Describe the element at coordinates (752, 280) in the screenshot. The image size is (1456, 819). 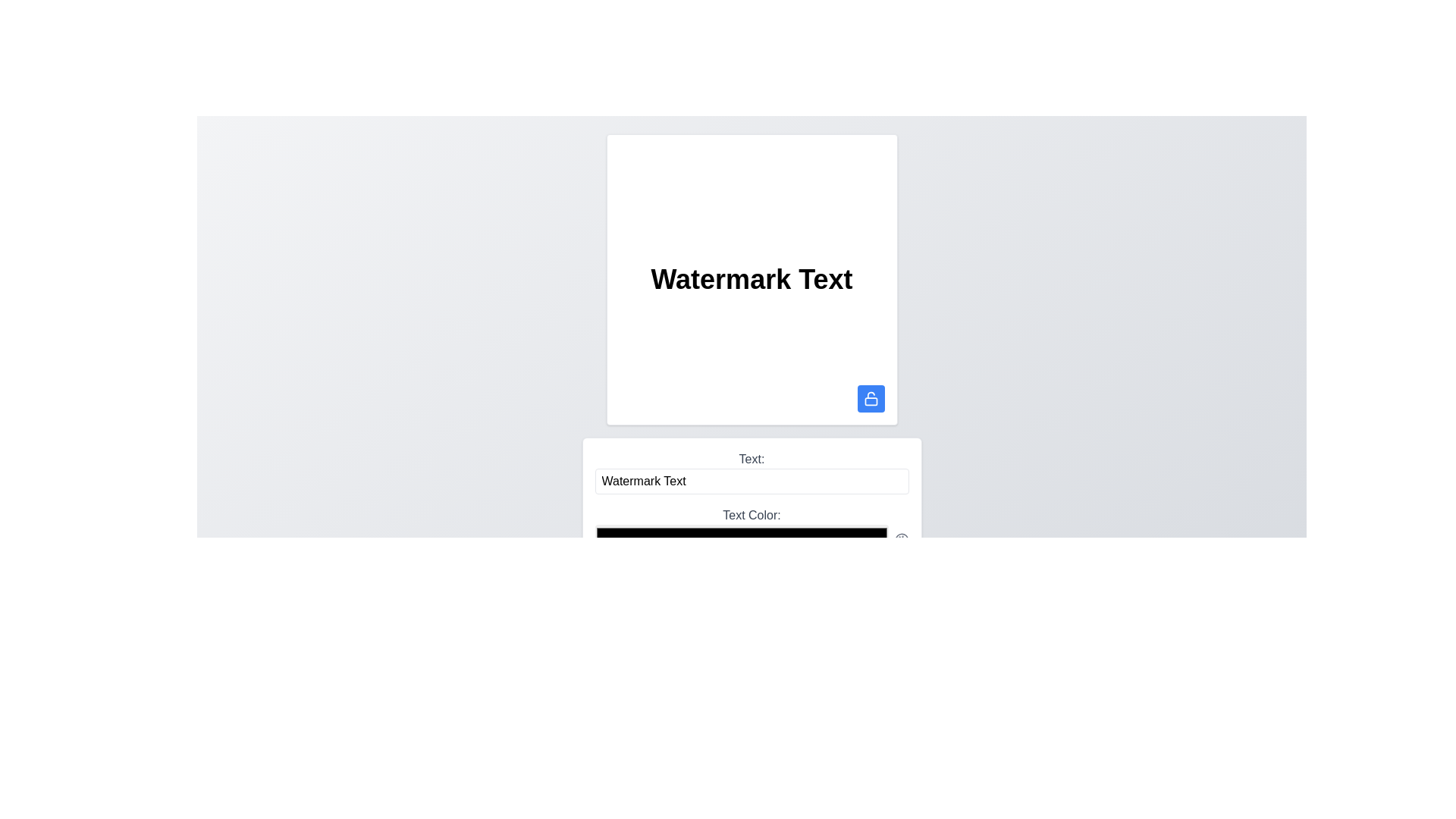
I see `the watermark preview box, which is located near the center of the interface above the 'Text:' and 'Text Color:' input fields` at that location.